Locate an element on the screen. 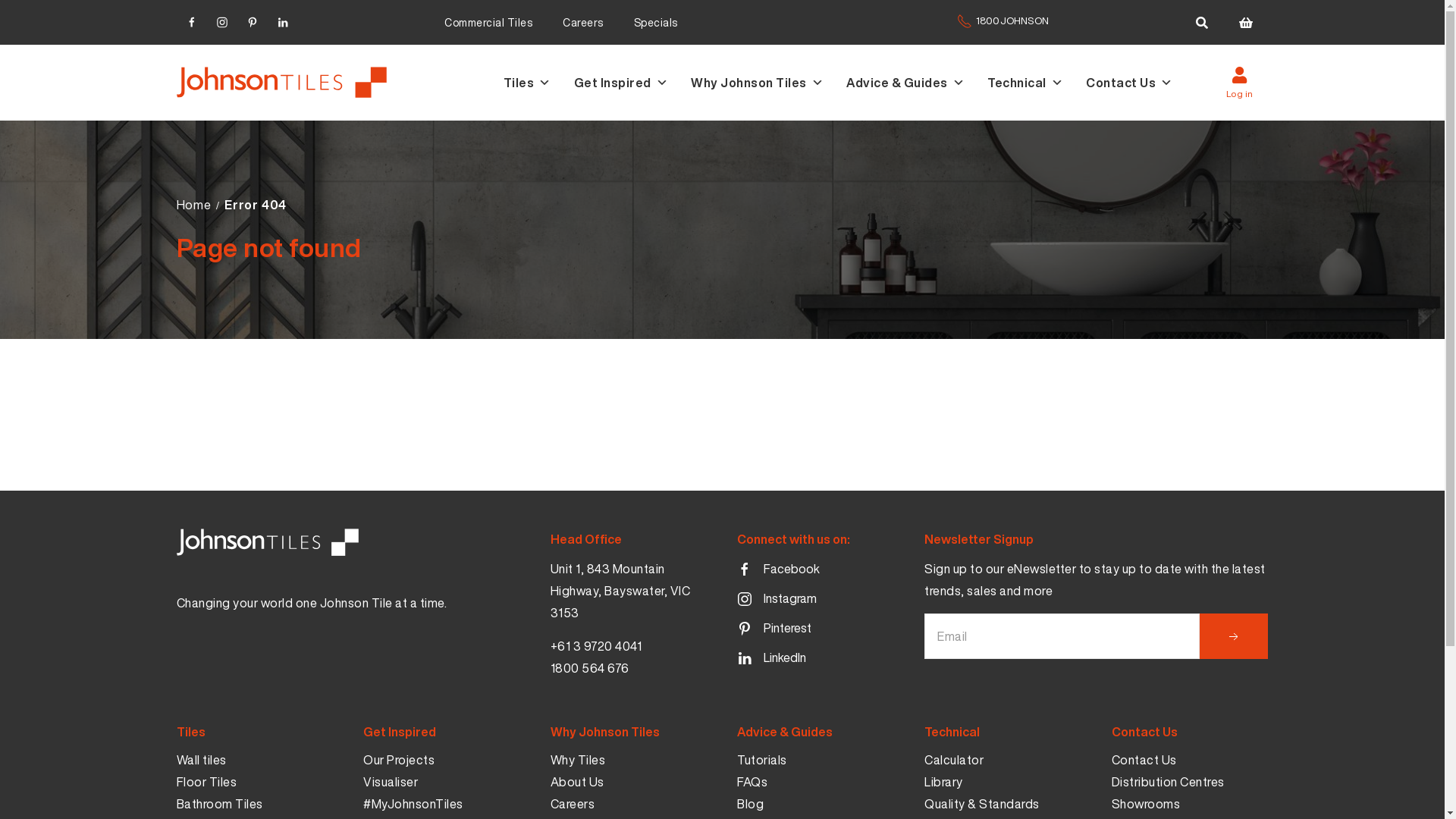 The image size is (1456, 819). 'Pinterest' is located at coordinates (774, 629).